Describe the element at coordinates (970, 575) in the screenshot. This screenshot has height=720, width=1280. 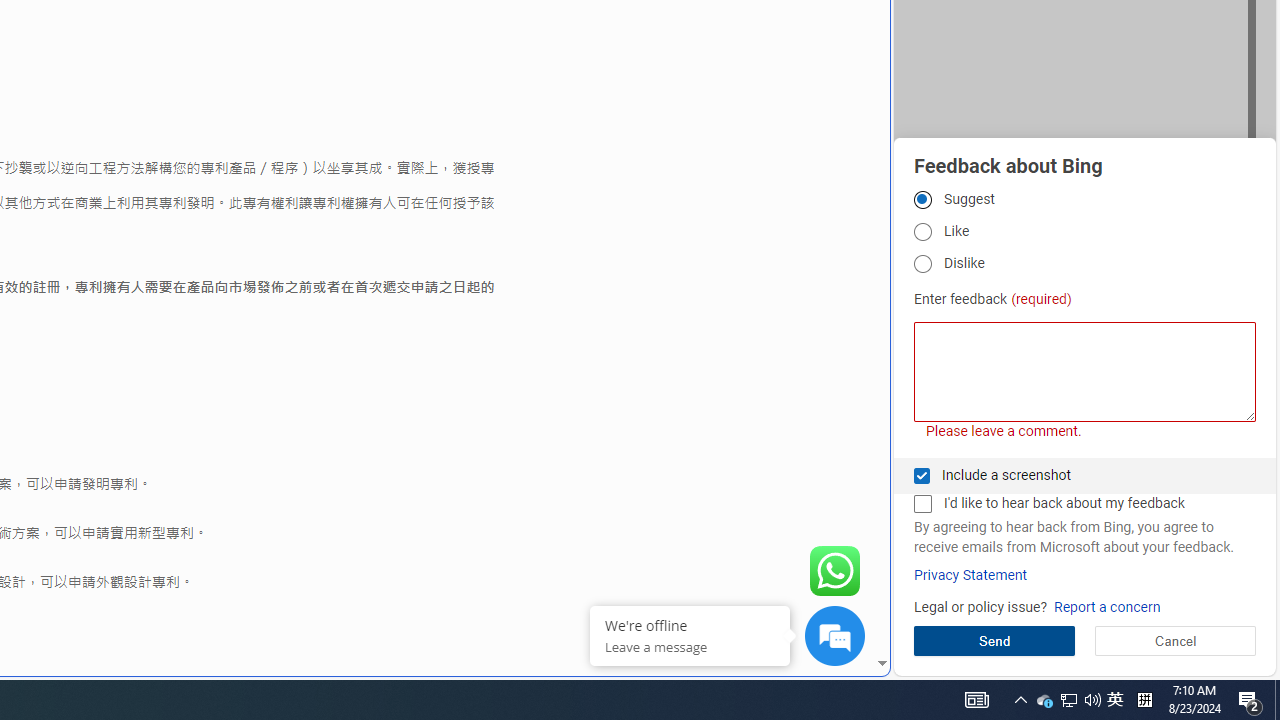
I see `'Privacy Statement'` at that location.